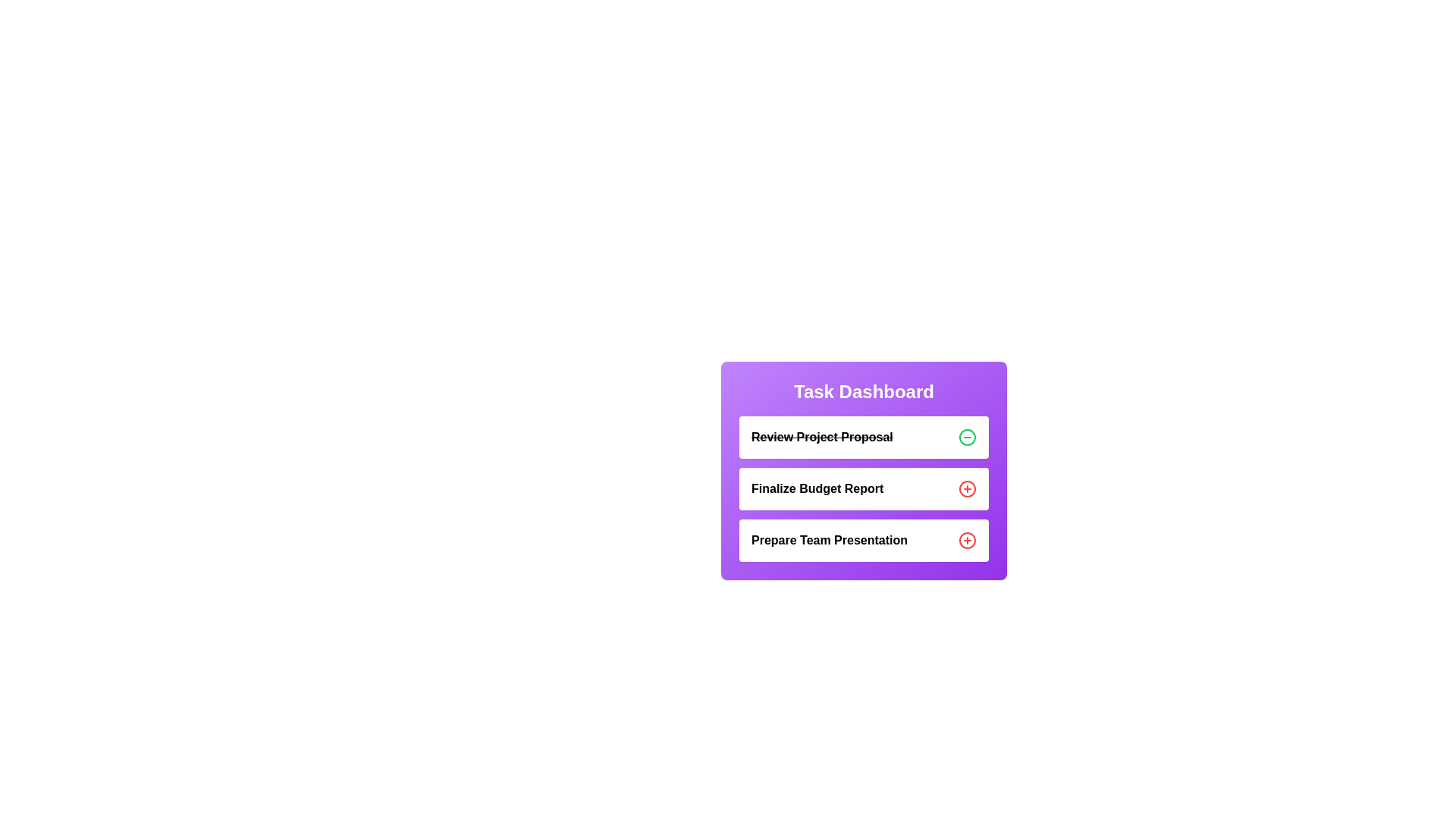  Describe the element at coordinates (967, 488) in the screenshot. I see `the button next to the task "Finalize Budget Report" to toggle its state` at that location.